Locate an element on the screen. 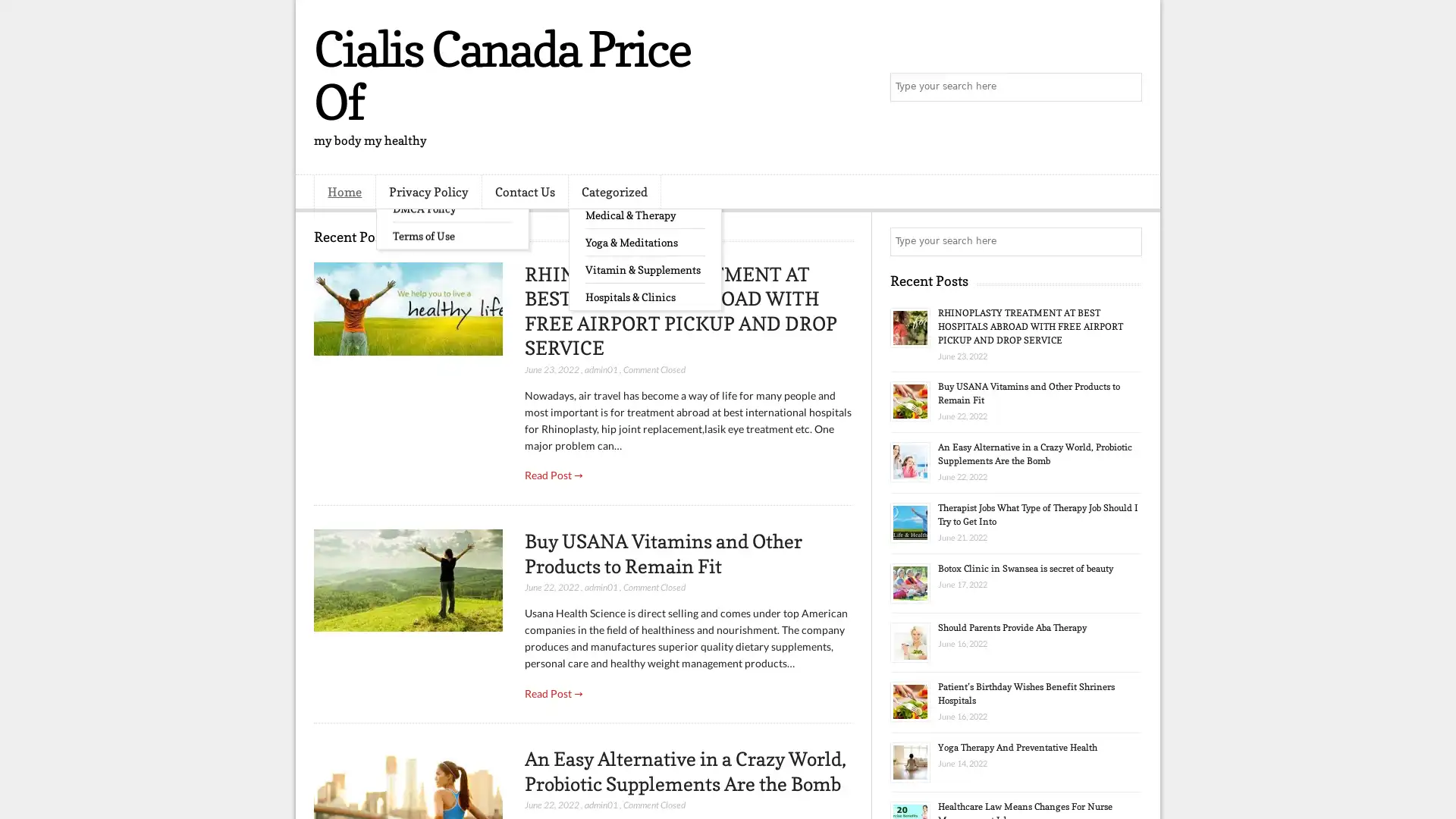 The height and width of the screenshot is (819, 1456). Search is located at coordinates (1126, 241).